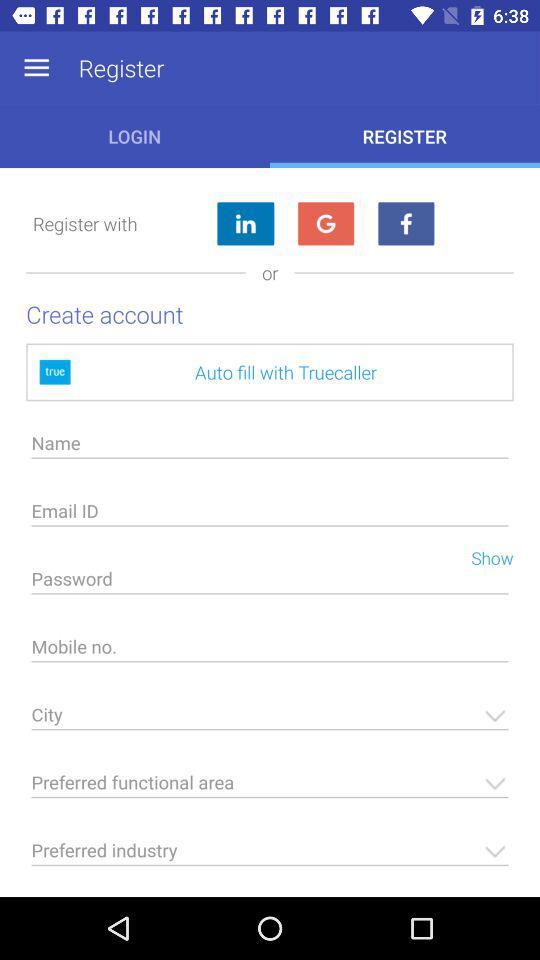 The height and width of the screenshot is (960, 540). Describe the element at coordinates (405, 135) in the screenshot. I see `the button next to login` at that location.